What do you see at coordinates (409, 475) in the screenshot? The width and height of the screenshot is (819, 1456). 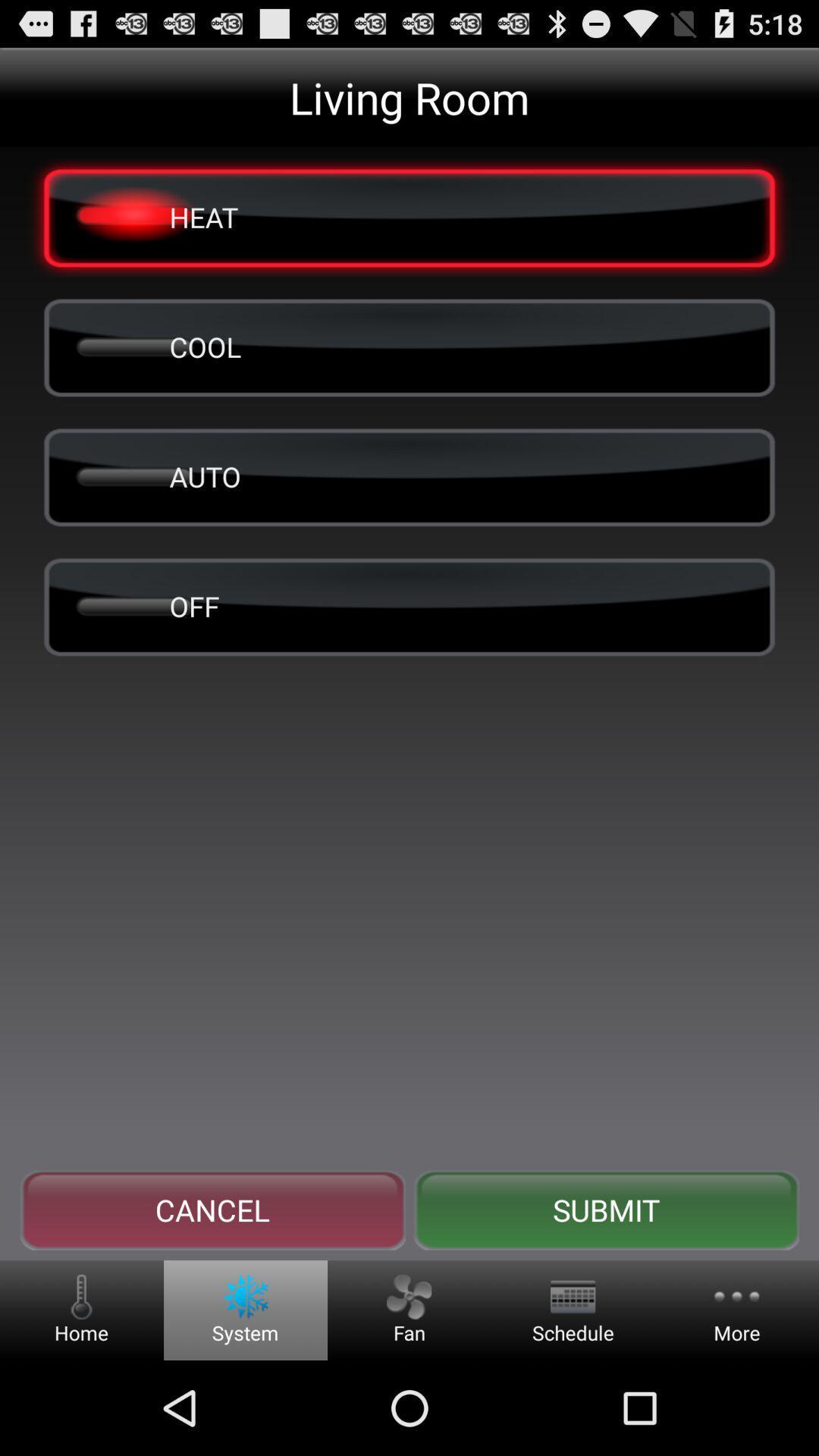 I see `the button above off icon` at bounding box center [409, 475].